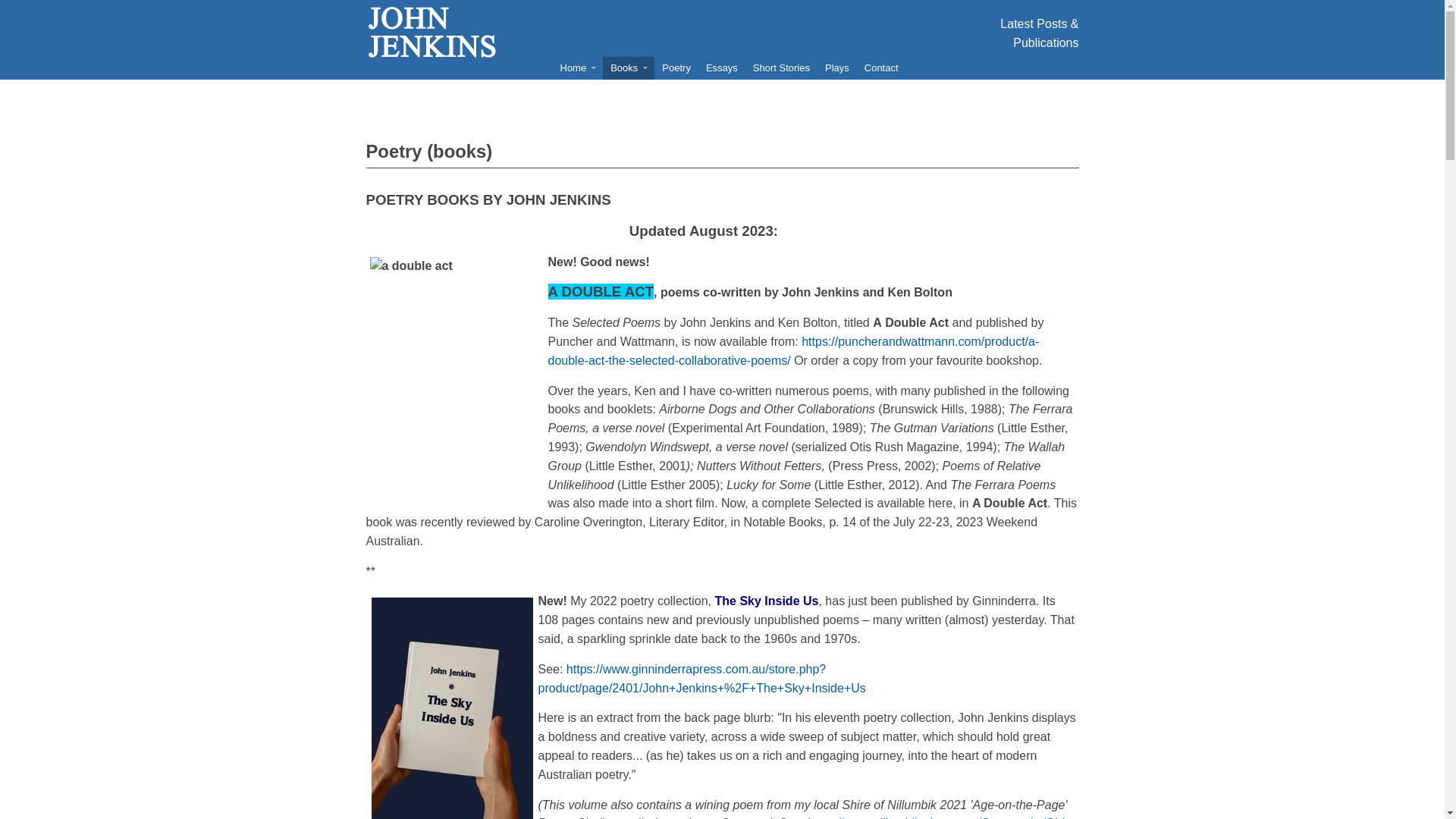 The image size is (1456, 819). Describe the element at coordinates (745, 67) in the screenshot. I see `'Short Stories'` at that location.